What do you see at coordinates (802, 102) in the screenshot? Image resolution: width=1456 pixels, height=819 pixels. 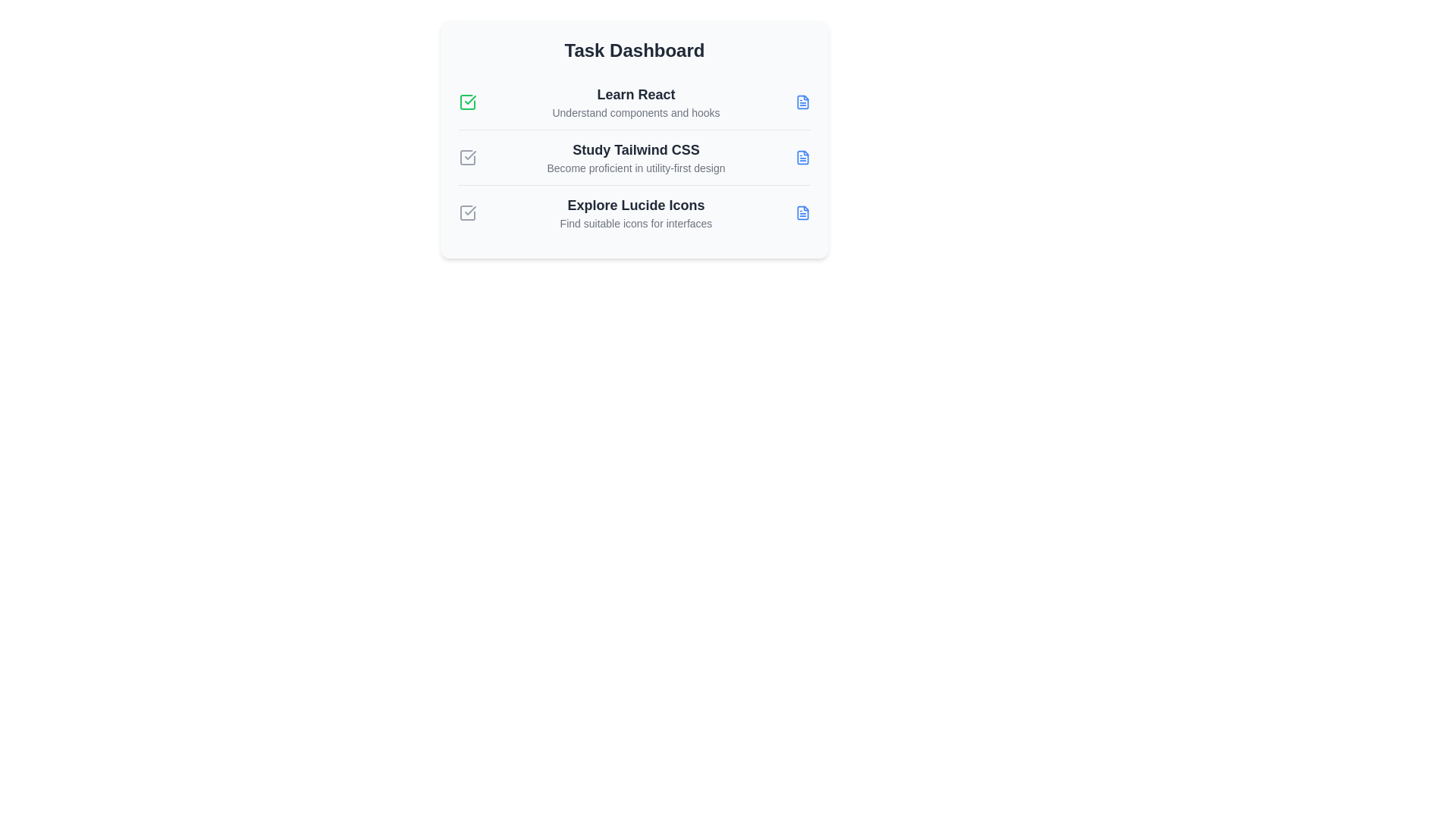 I see `the document icon corresponding to the task 'Learn React'` at bounding box center [802, 102].